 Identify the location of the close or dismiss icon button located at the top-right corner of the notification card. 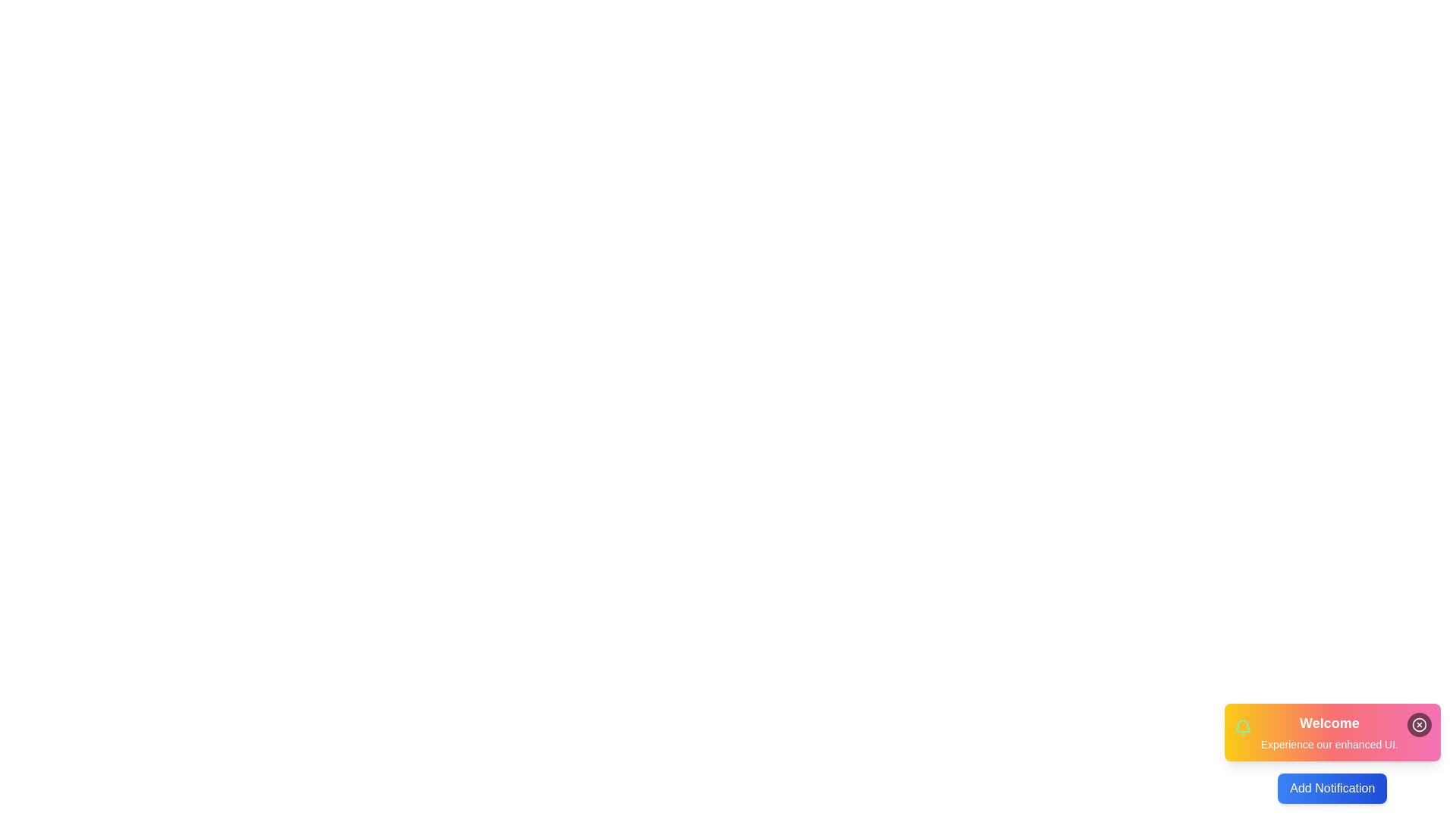
(1419, 724).